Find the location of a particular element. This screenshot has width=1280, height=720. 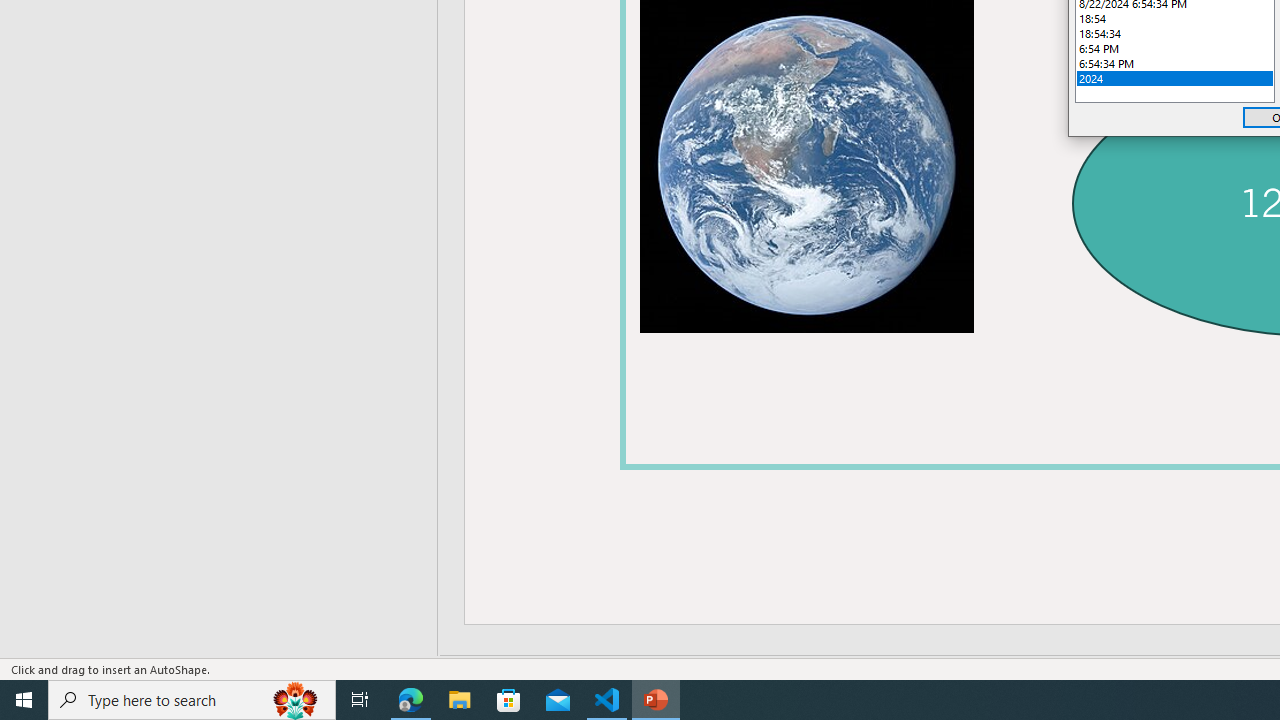

'Microsoft Store' is located at coordinates (509, 698).